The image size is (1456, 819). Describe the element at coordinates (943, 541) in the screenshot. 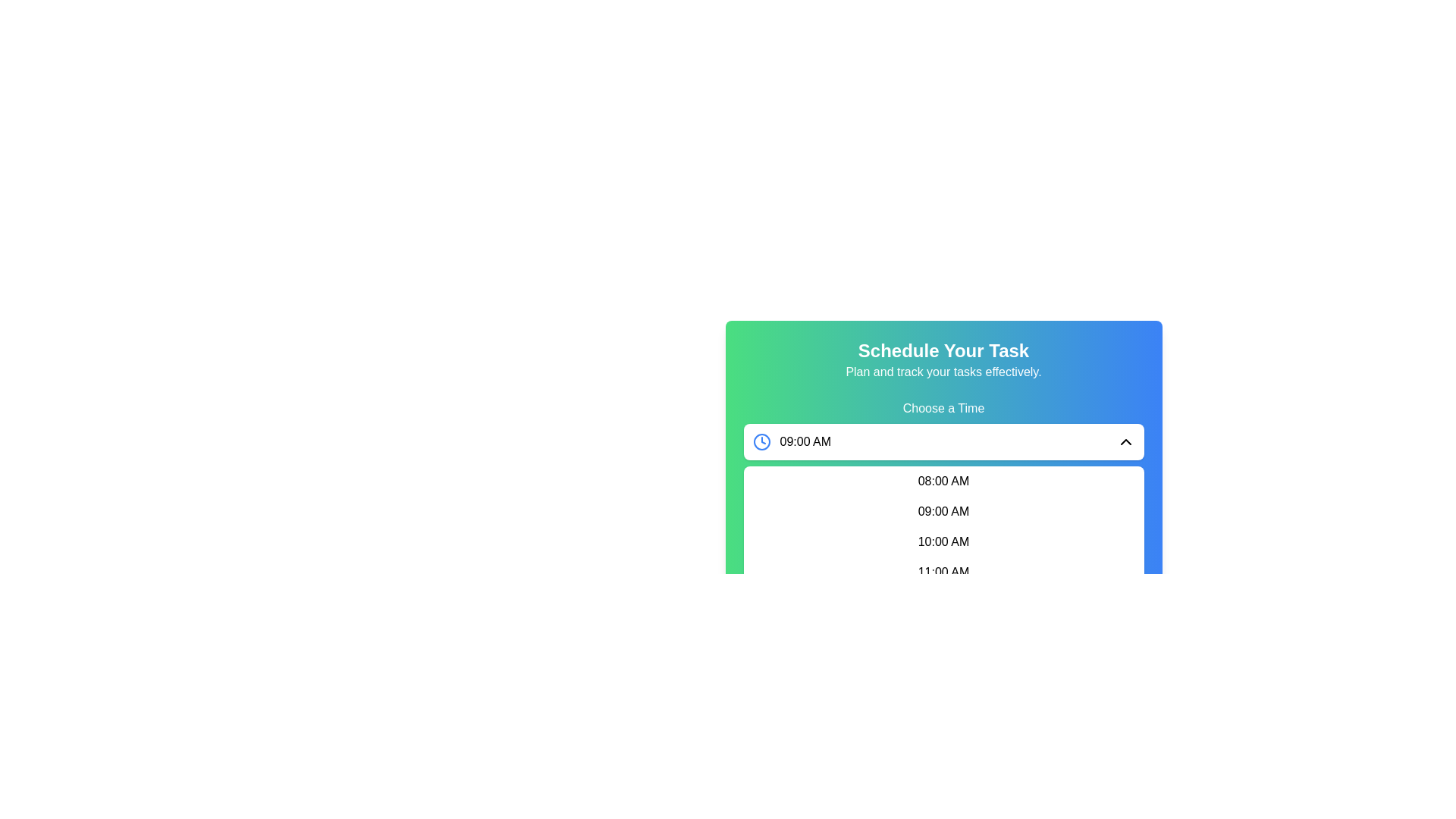

I see `the list item displaying '10:00 AM'` at that location.